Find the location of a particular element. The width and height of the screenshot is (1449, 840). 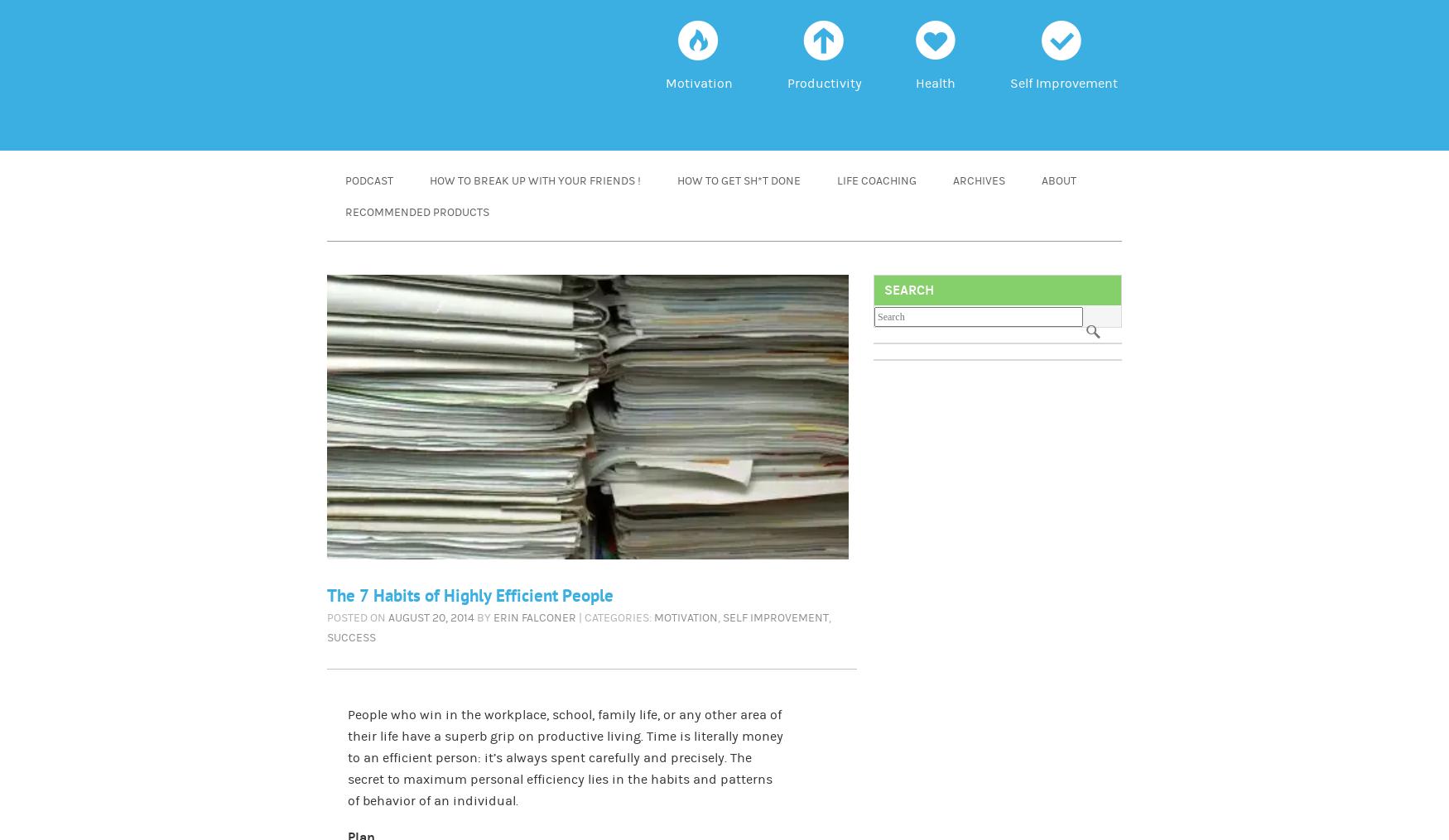

'The 7 Habits of Highly Efficient People' is located at coordinates (470, 596).